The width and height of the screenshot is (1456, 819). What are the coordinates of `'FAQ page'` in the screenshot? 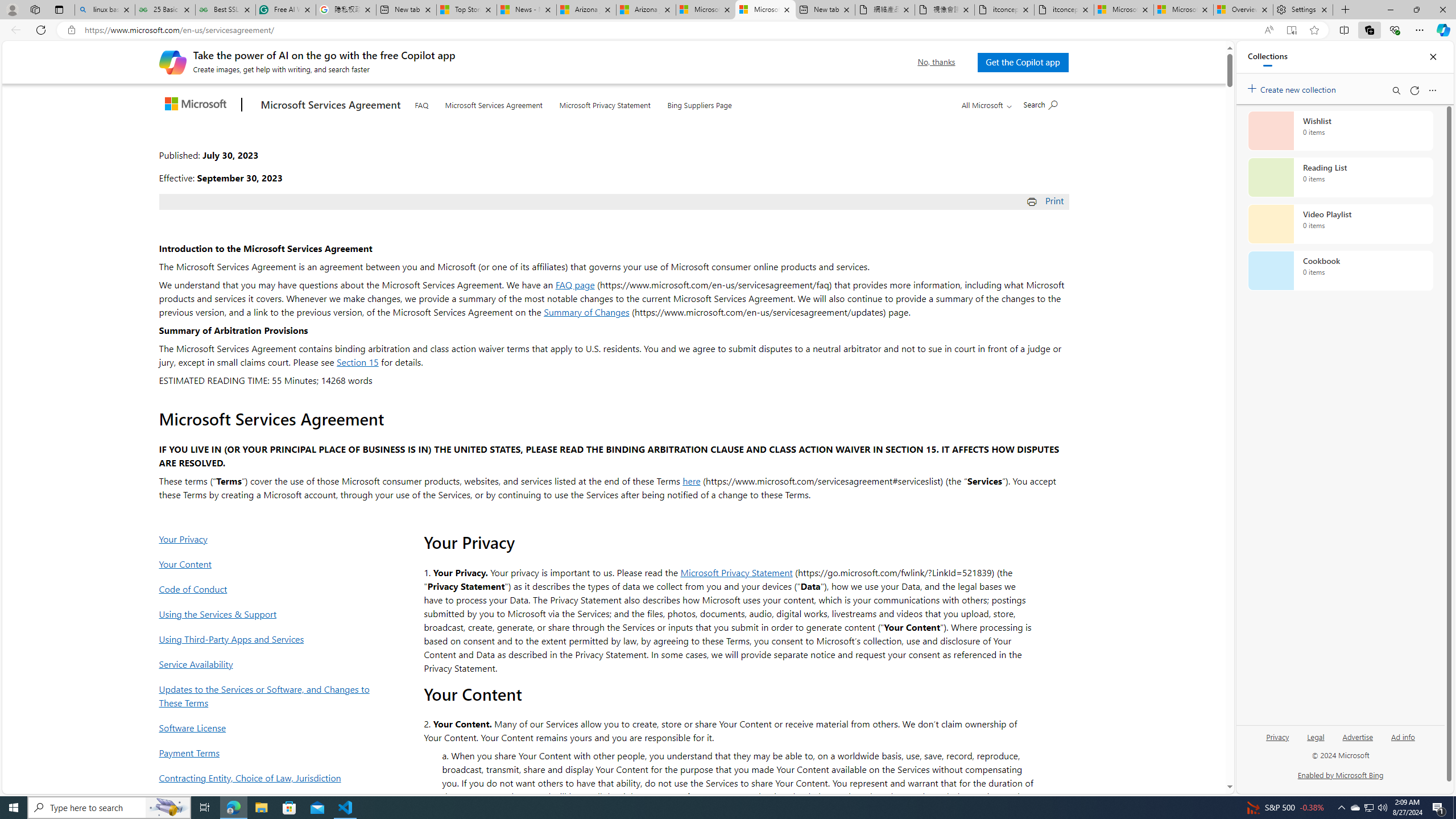 It's located at (574, 284).